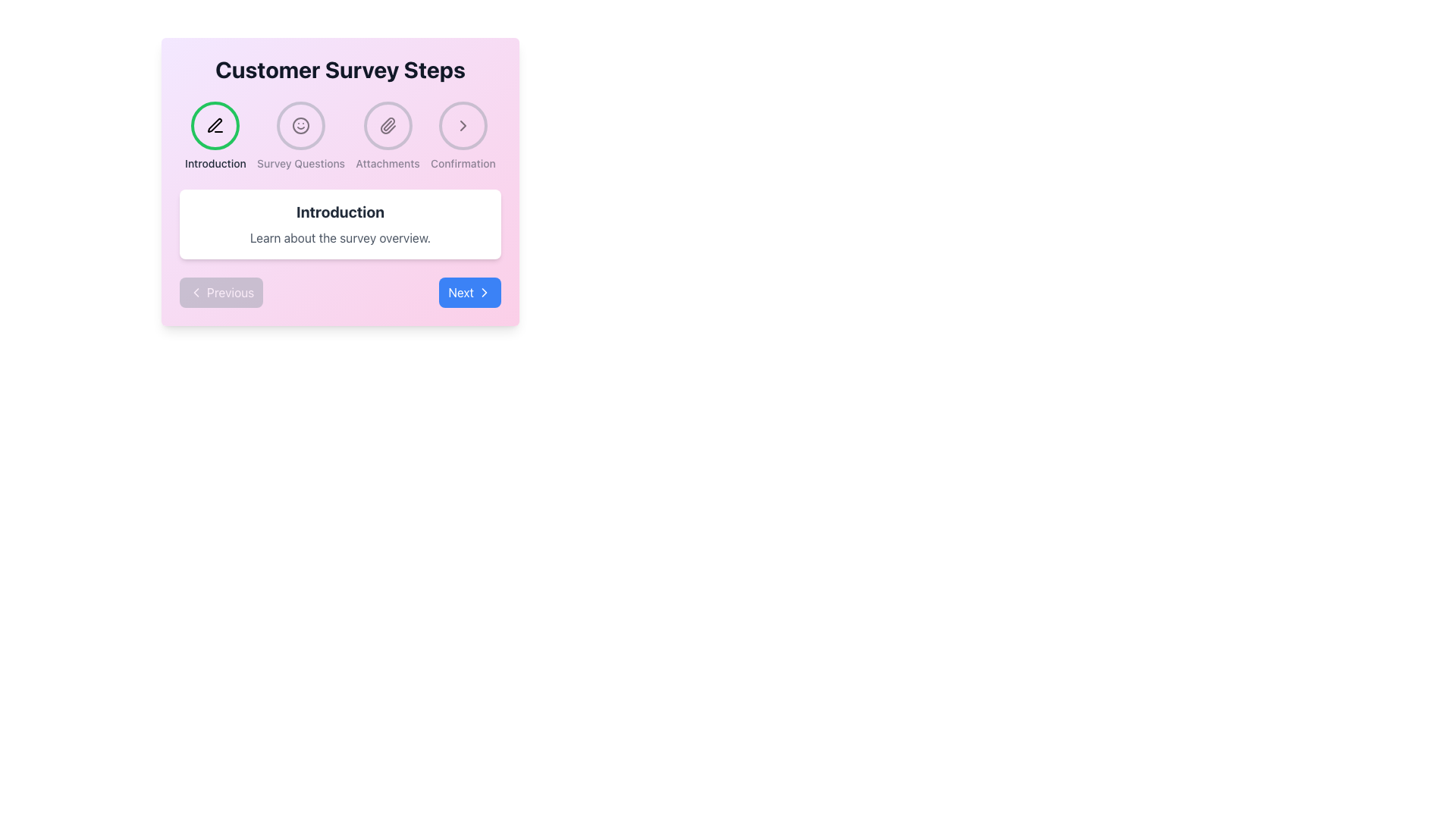 The width and height of the screenshot is (1456, 819). I want to click on the 'Survey Questions' button when it becomes active, located between 'Introduction' and 'Attachments' in the navigation bar, so click(301, 136).